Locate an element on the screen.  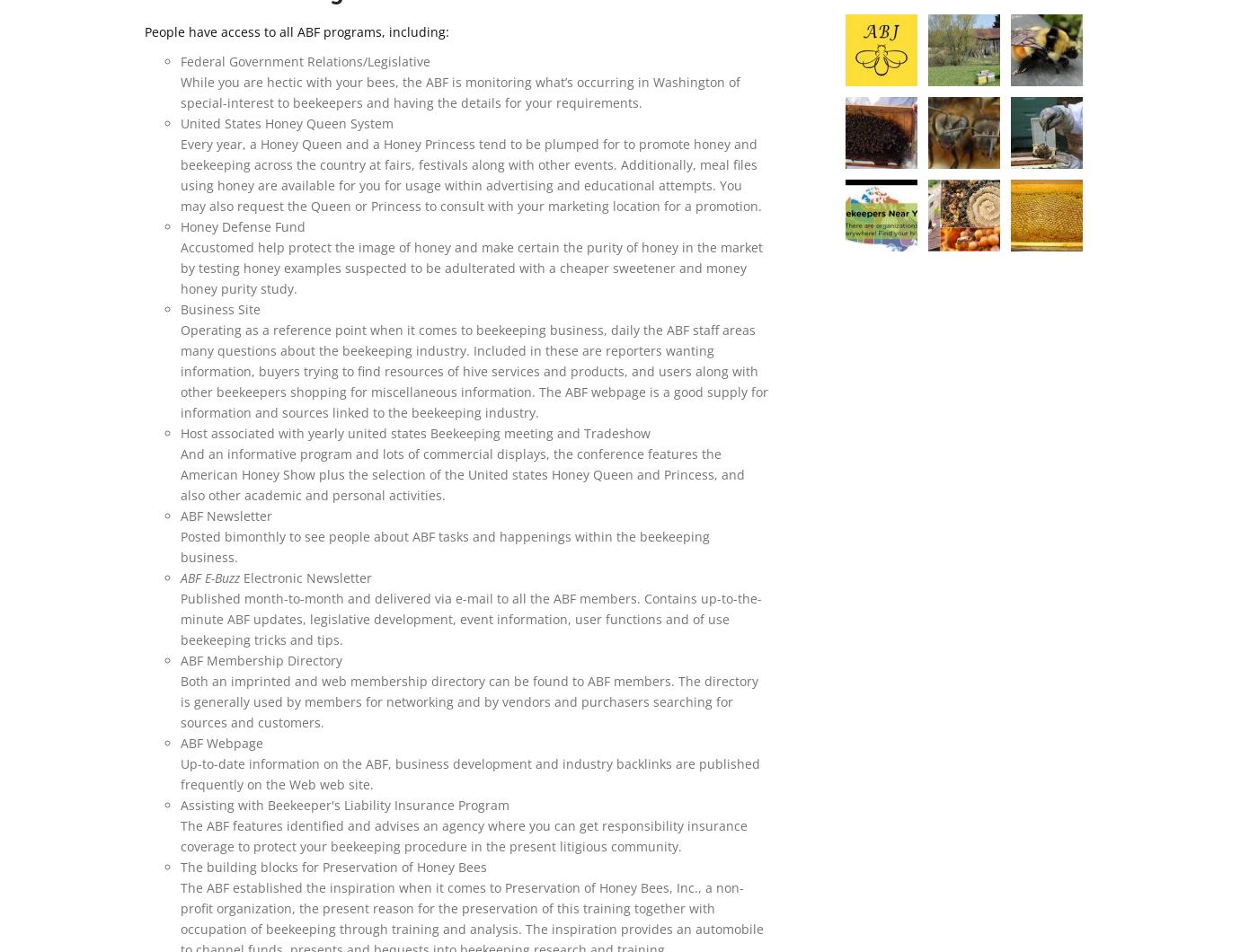
'Operating as a reference point when it comes to beekeeping business, daily the ABF staff areas many questions about the beekeeping industry. Included in these are reporters wanting information, buyers trying to find resources of hive services and products, and users along with other beekeepers shopping for miscellaneous information. The ABF webpage is a good supply for information and sources linked to the beekeeping industry.' is located at coordinates (474, 370).